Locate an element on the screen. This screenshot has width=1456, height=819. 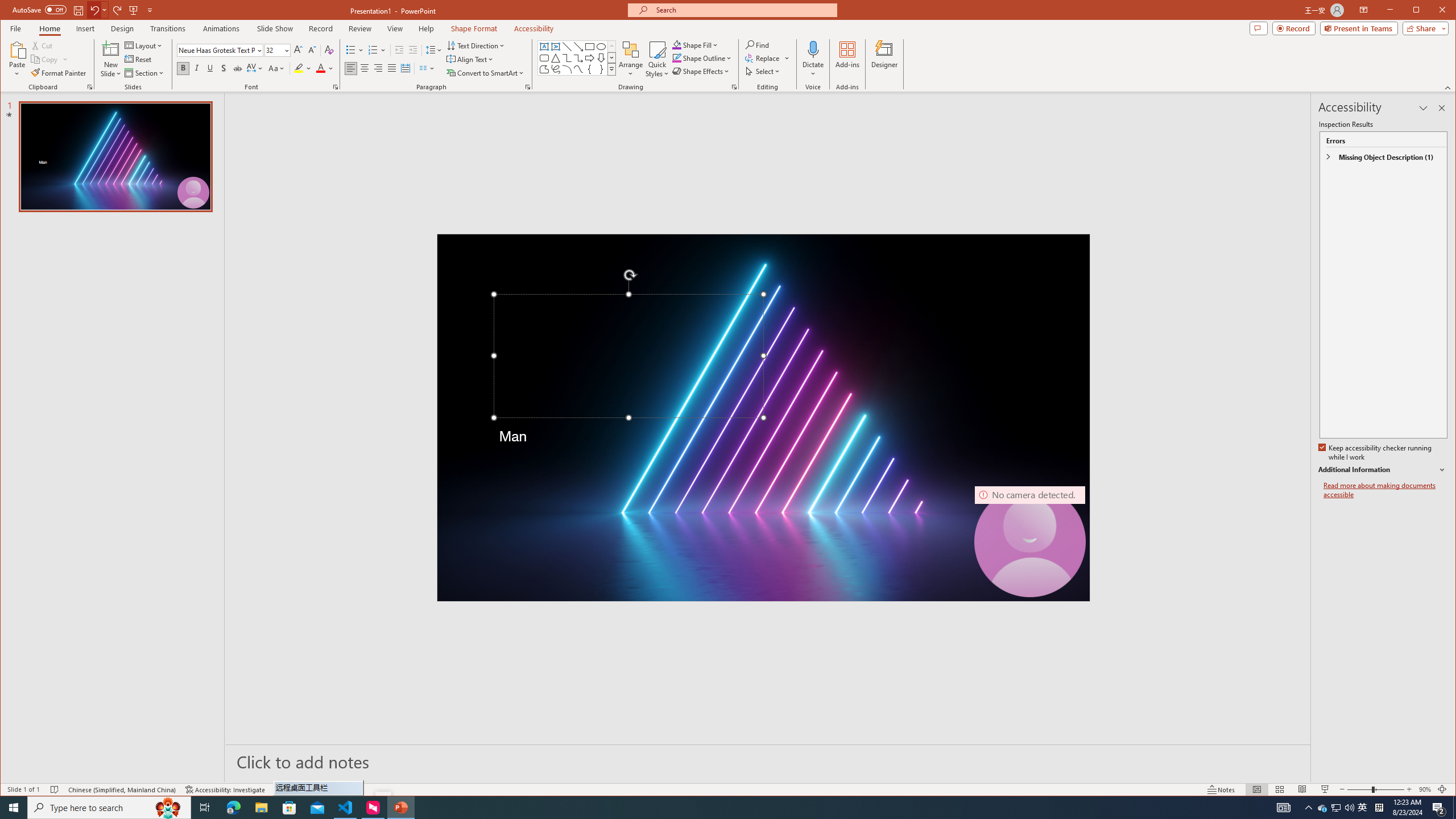
'Arrow: Down' is located at coordinates (601, 58).